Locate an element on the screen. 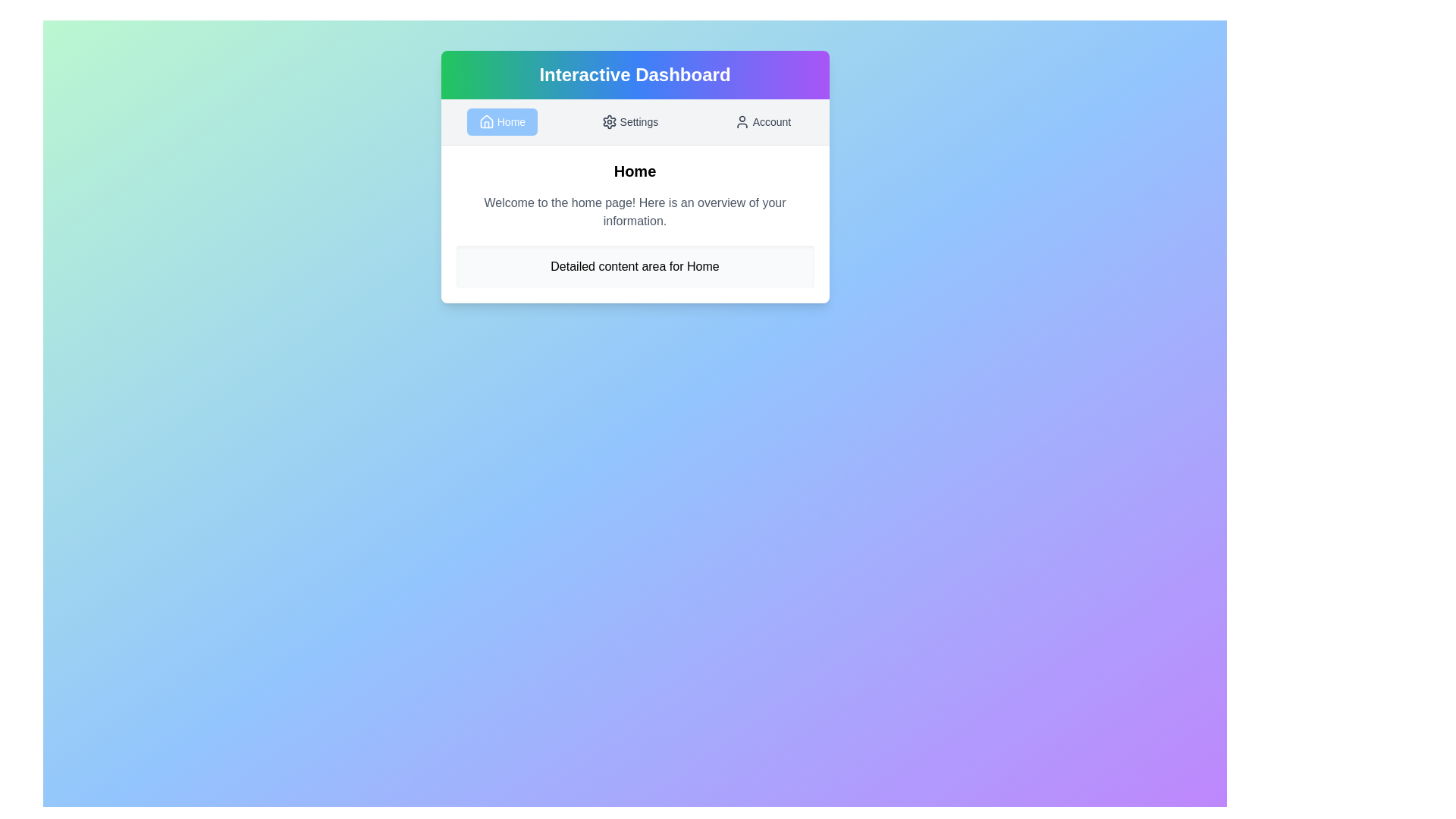  the tab labeled Account is located at coordinates (762, 121).